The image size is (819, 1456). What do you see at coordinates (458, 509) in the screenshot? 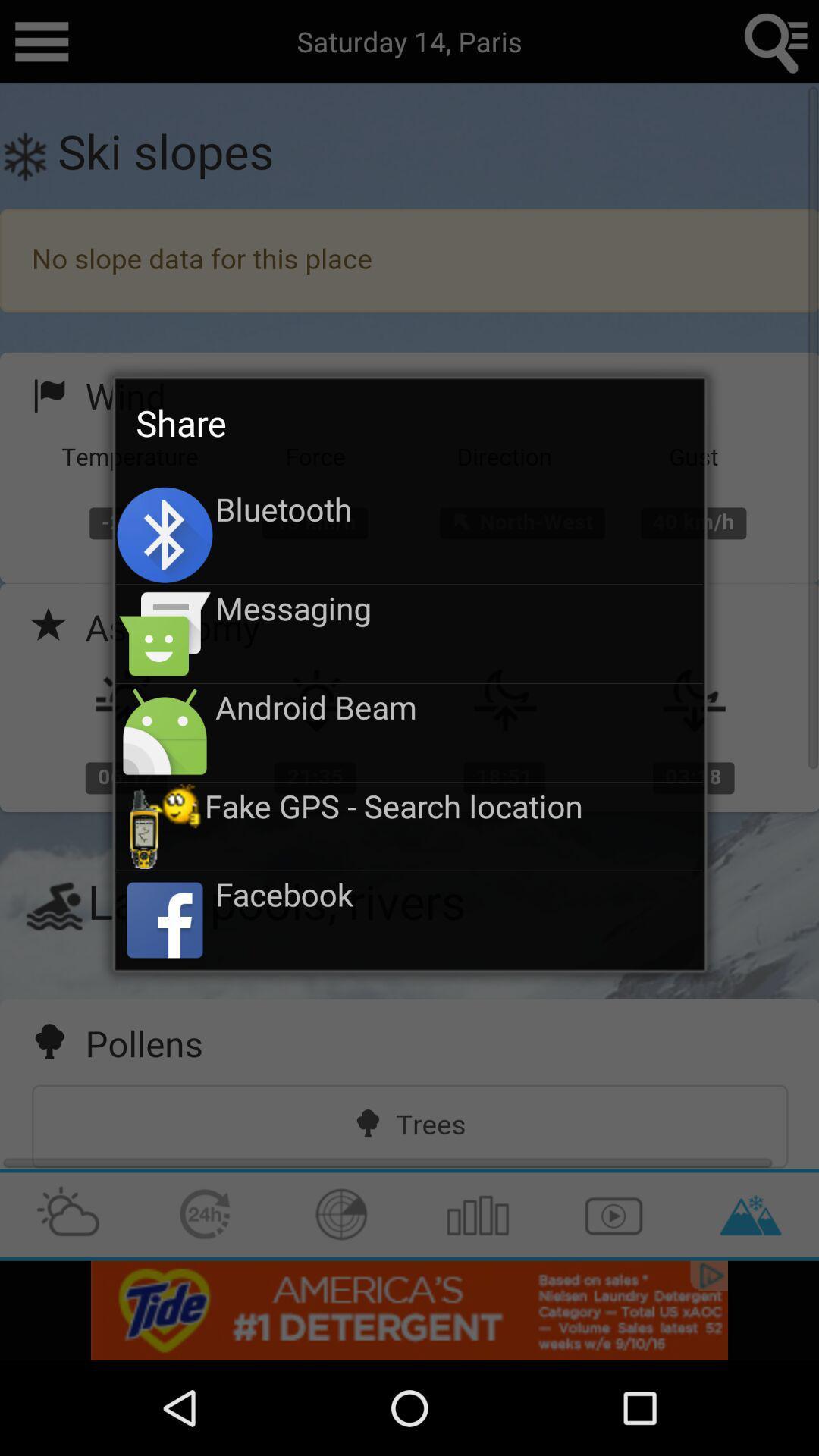
I see `the icon below share` at bounding box center [458, 509].